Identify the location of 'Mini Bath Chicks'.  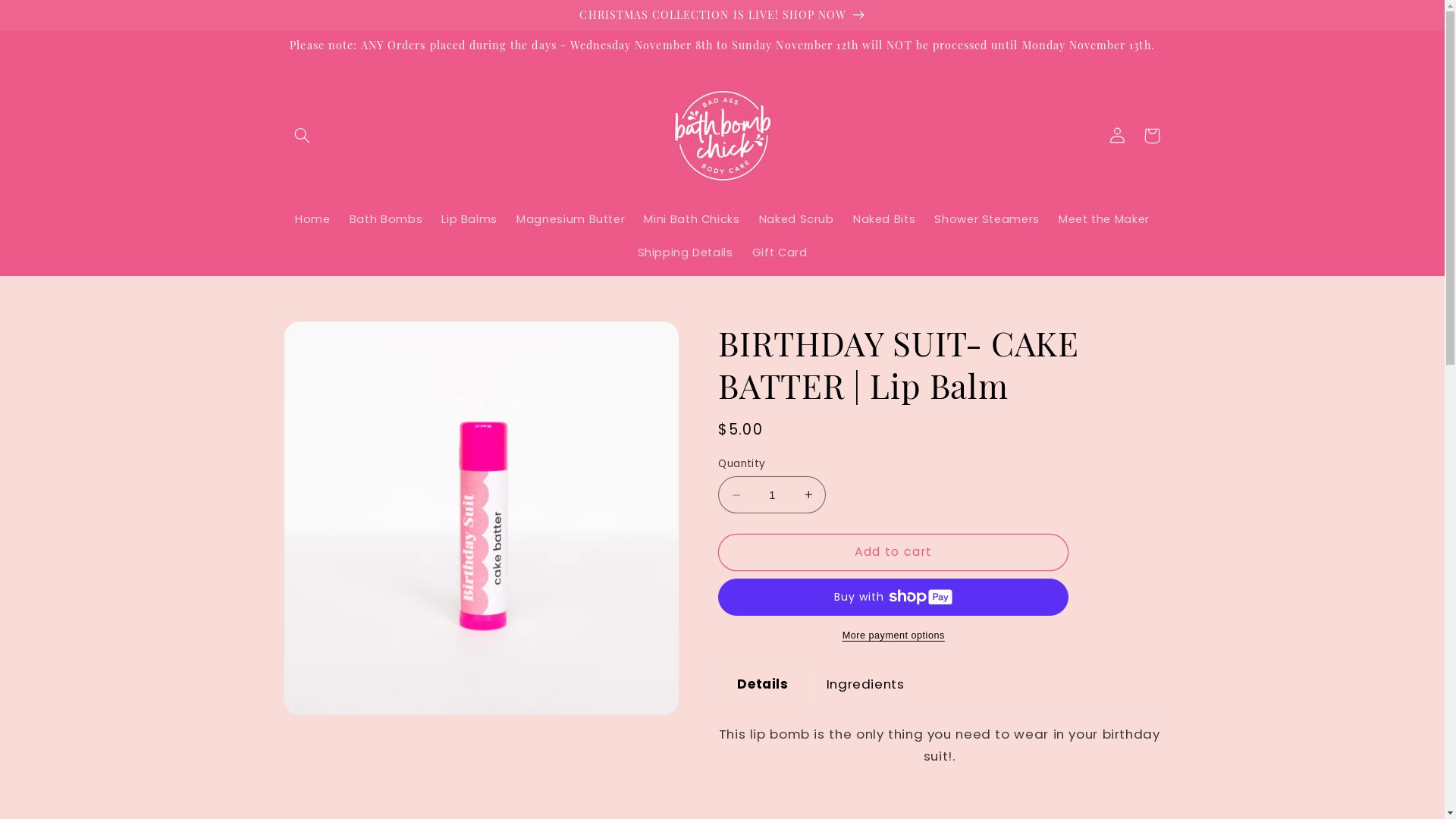
(691, 219).